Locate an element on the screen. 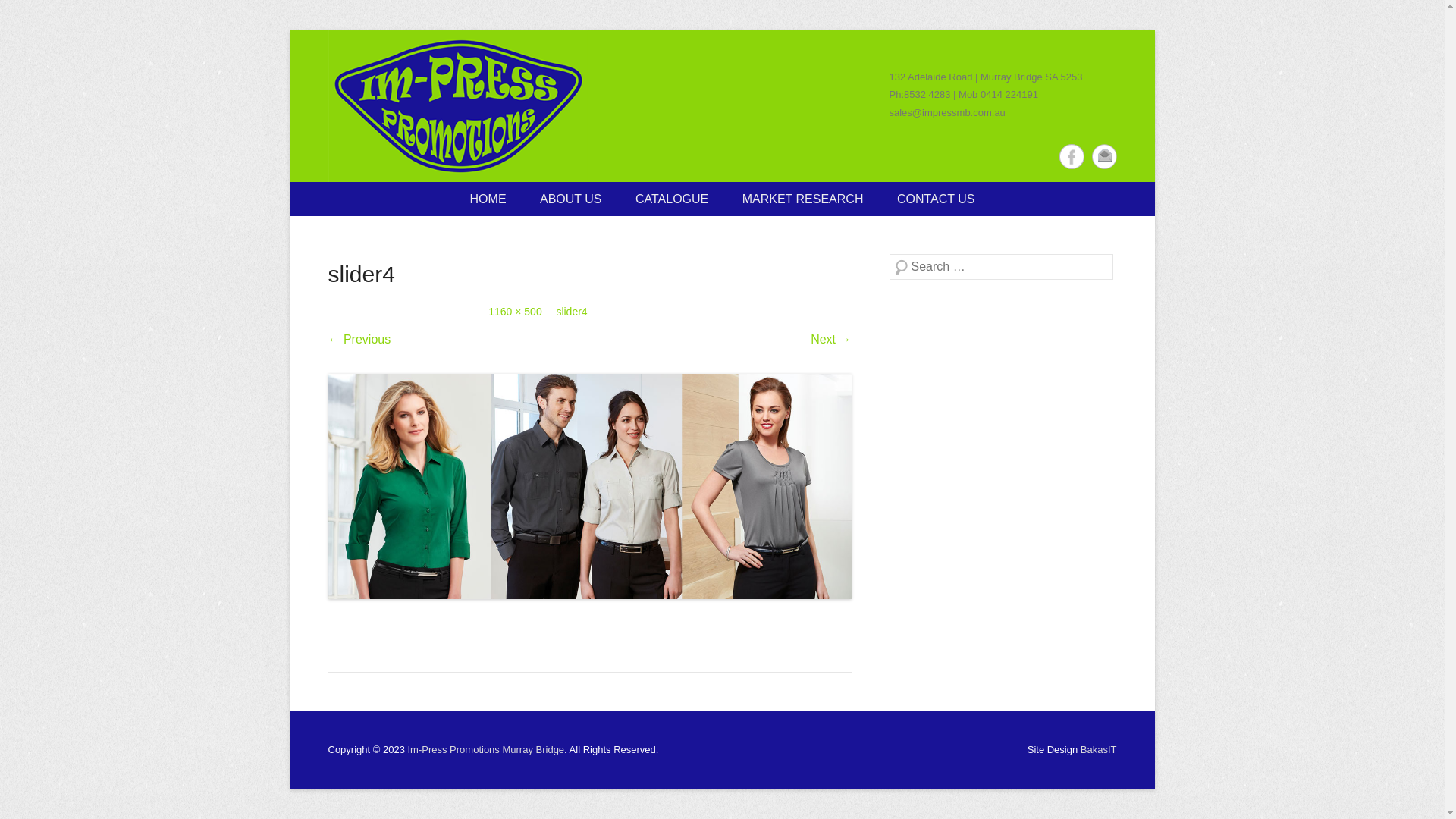 The height and width of the screenshot is (819, 1456). 'ABOUT US' is located at coordinates (570, 198).